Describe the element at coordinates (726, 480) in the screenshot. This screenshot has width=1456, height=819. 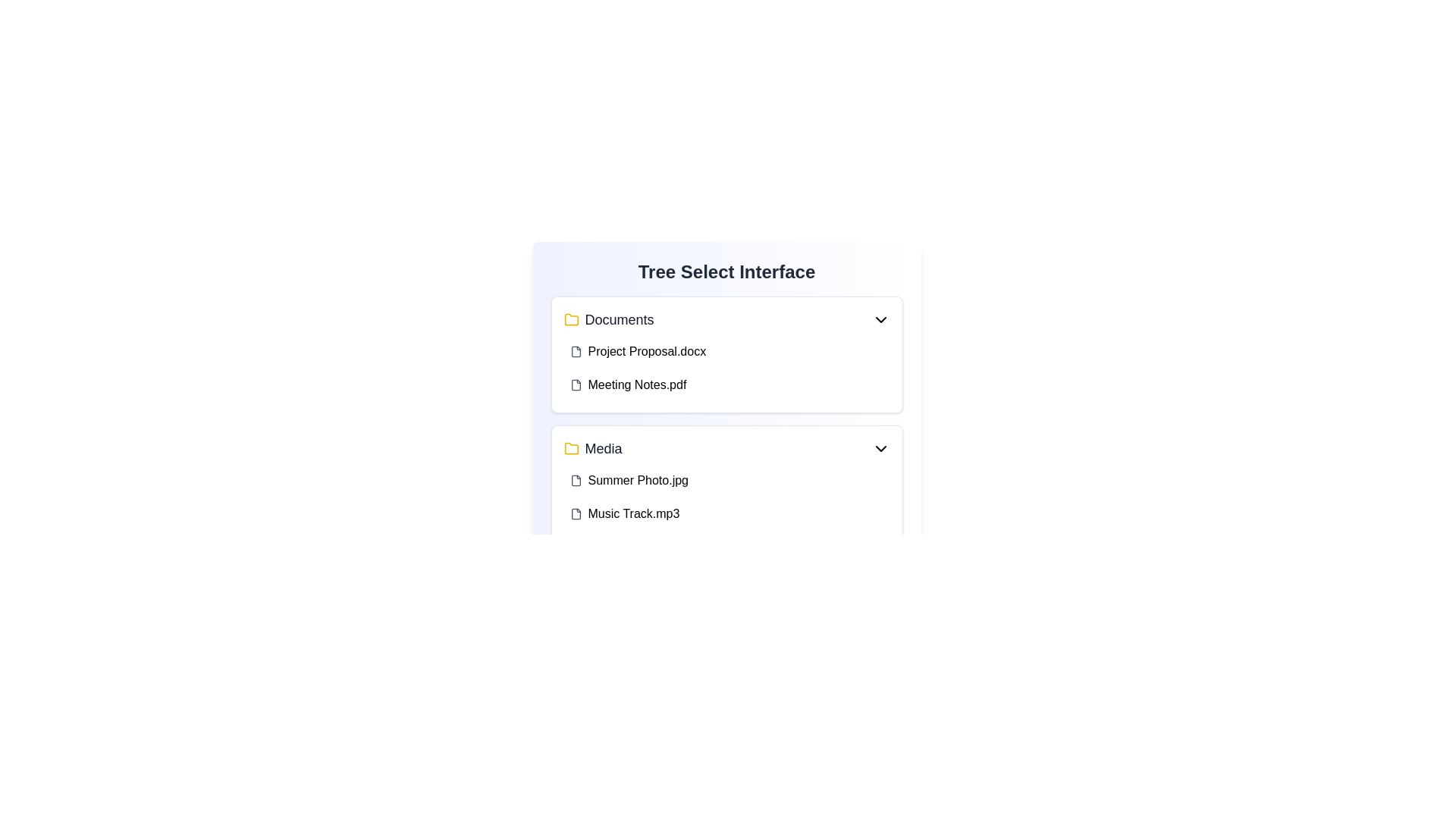
I see `the first list item labeled 'Summer Photo.jpg'` at that location.